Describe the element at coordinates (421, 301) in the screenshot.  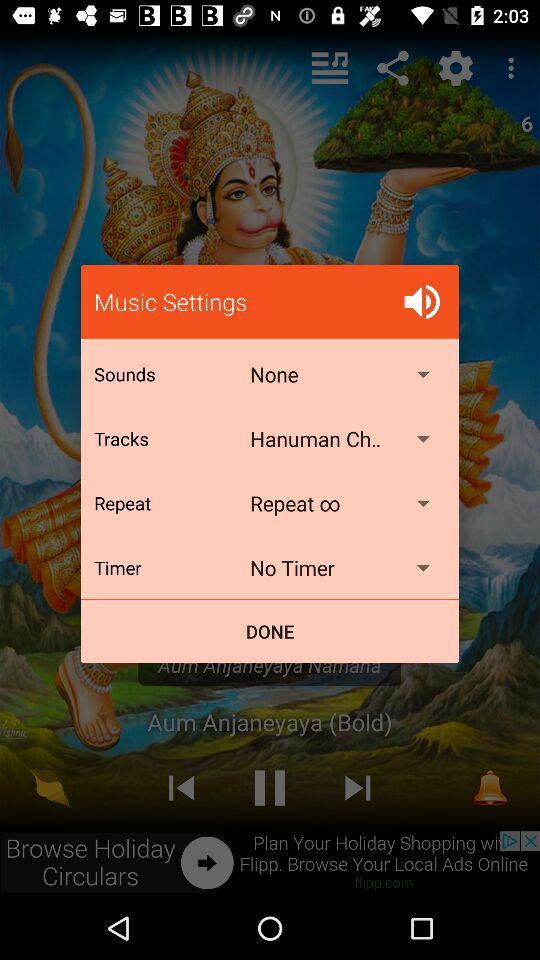
I see `icon at the top right corner` at that location.